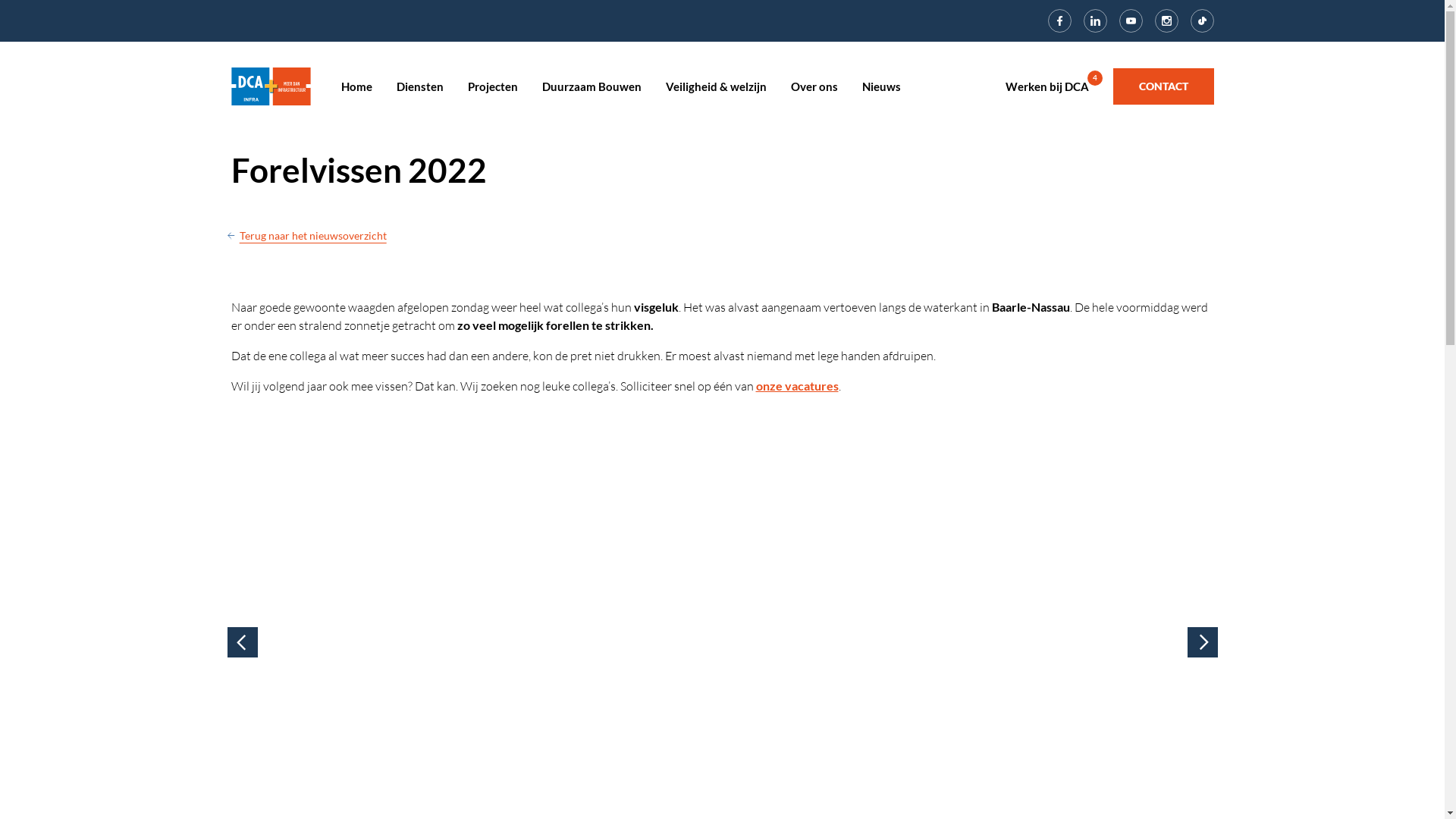  Describe the element at coordinates (491, 86) in the screenshot. I see `'Projecten'` at that location.